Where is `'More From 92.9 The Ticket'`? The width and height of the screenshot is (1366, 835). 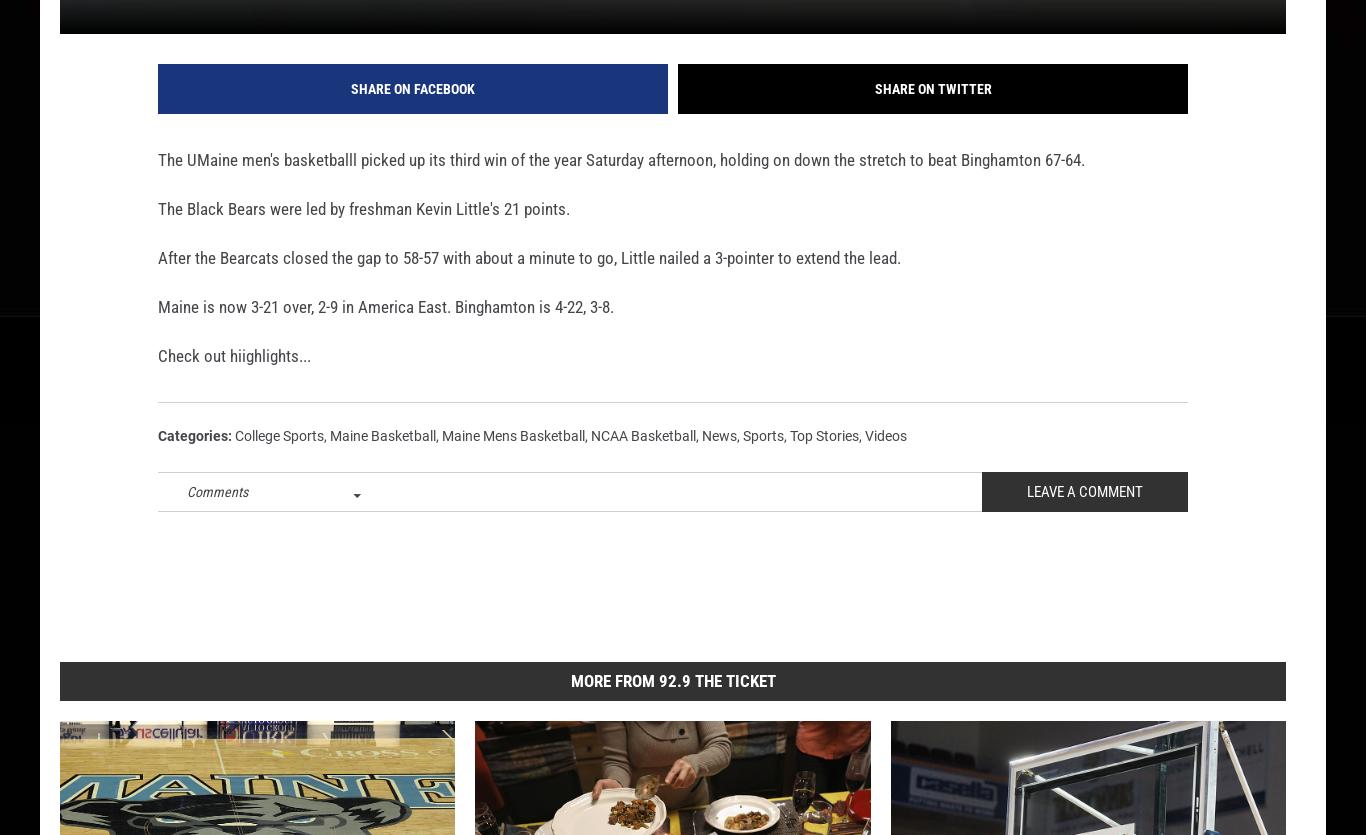 'More From 92.9 The Ticket' is located at coordinates (671, 713).